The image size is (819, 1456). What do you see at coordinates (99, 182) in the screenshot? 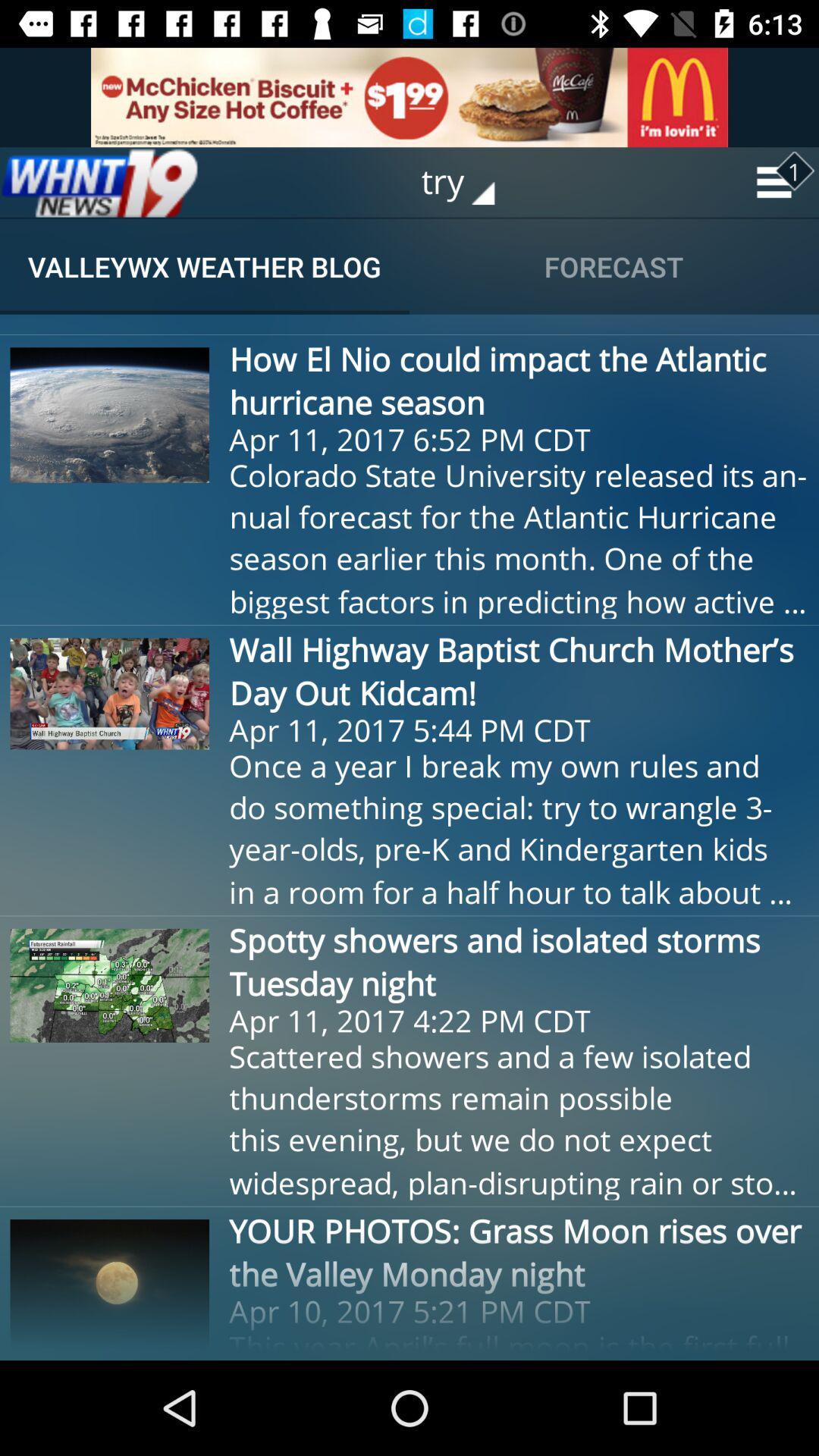
I see `goes back to home/first page` at bounding box center [99, 182].